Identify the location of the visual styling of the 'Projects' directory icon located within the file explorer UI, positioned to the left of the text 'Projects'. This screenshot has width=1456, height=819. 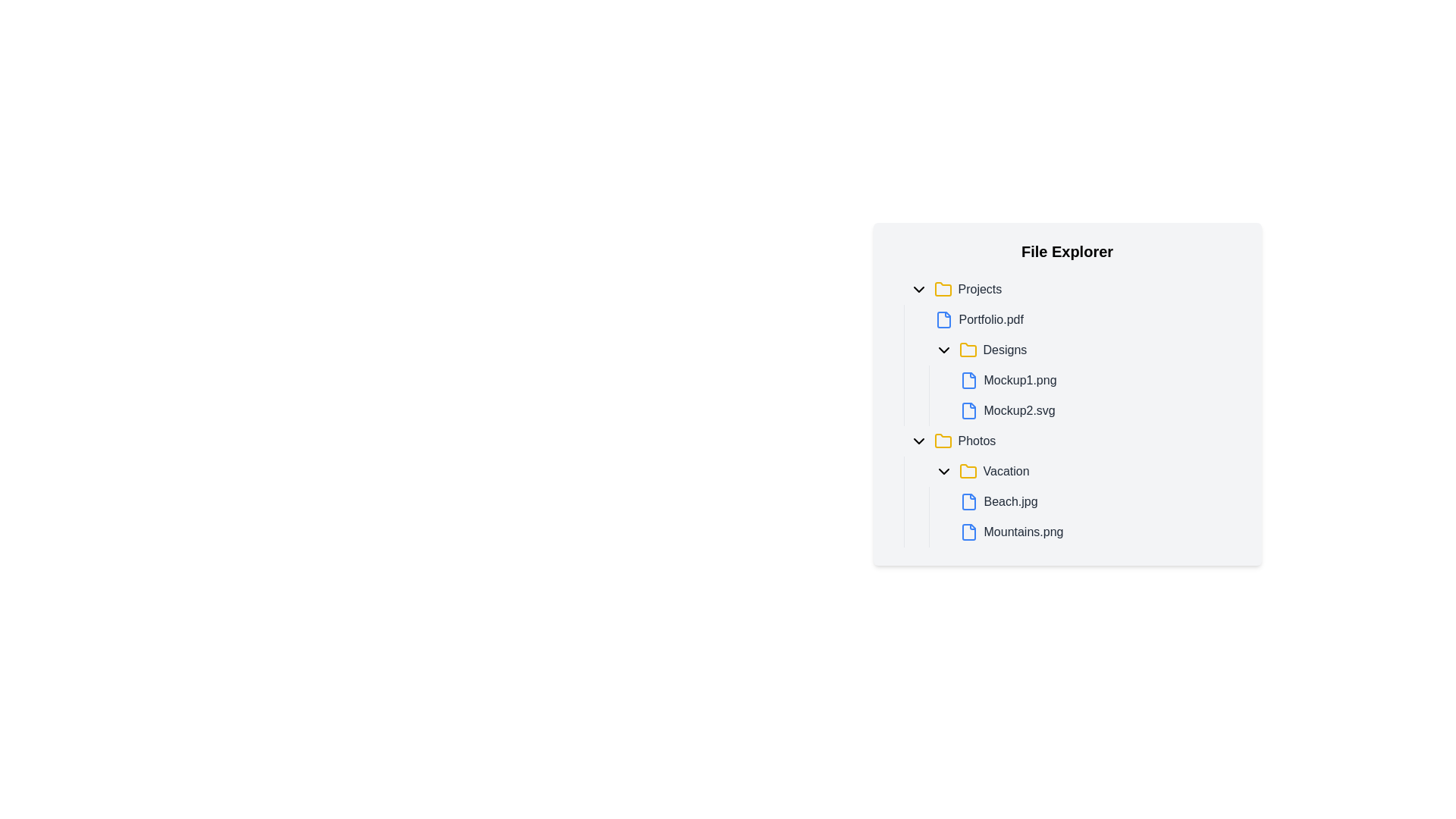
(942, 289).